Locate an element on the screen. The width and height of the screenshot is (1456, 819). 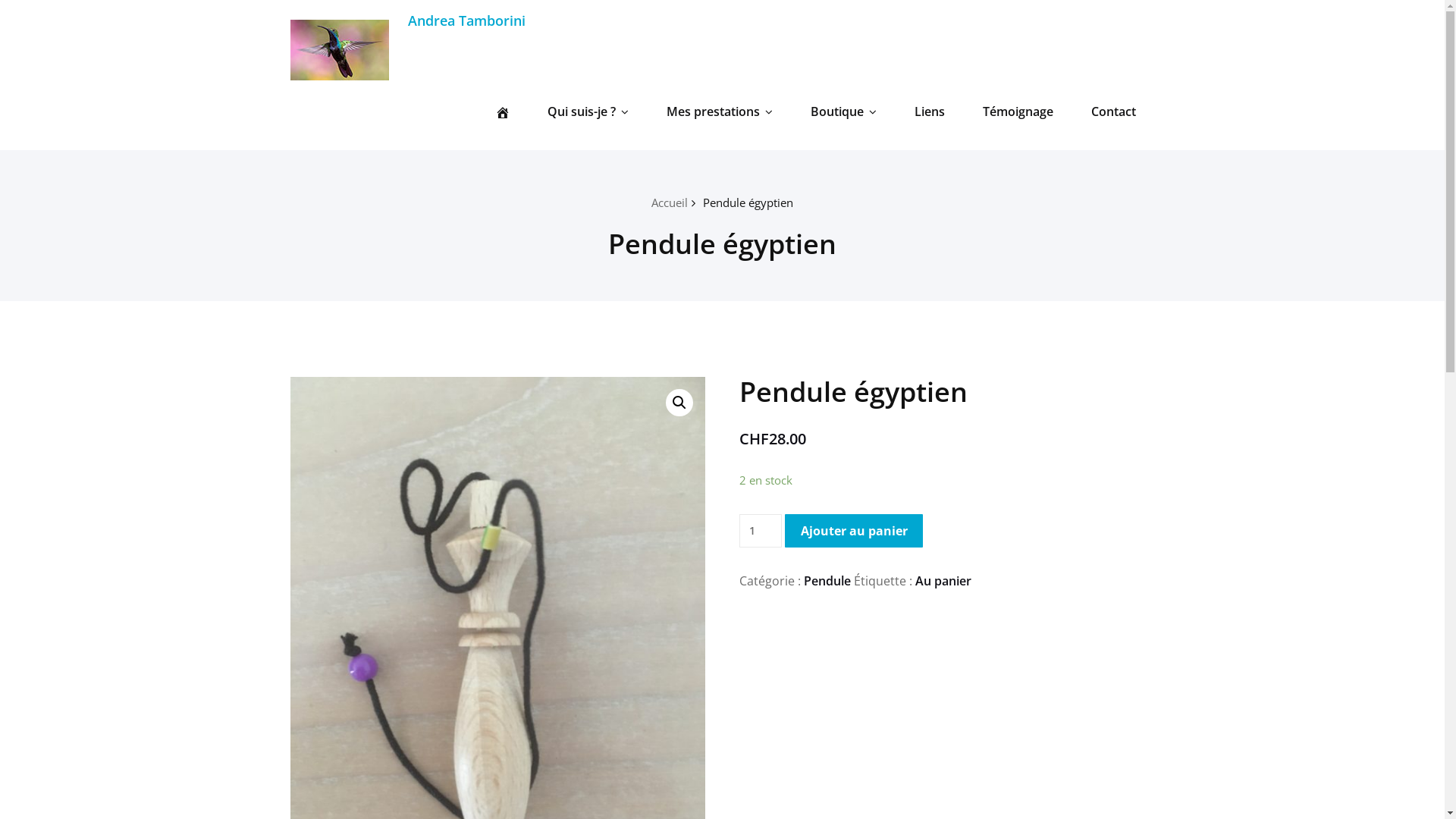
'Contact' is located at coordinates (1113, 110).